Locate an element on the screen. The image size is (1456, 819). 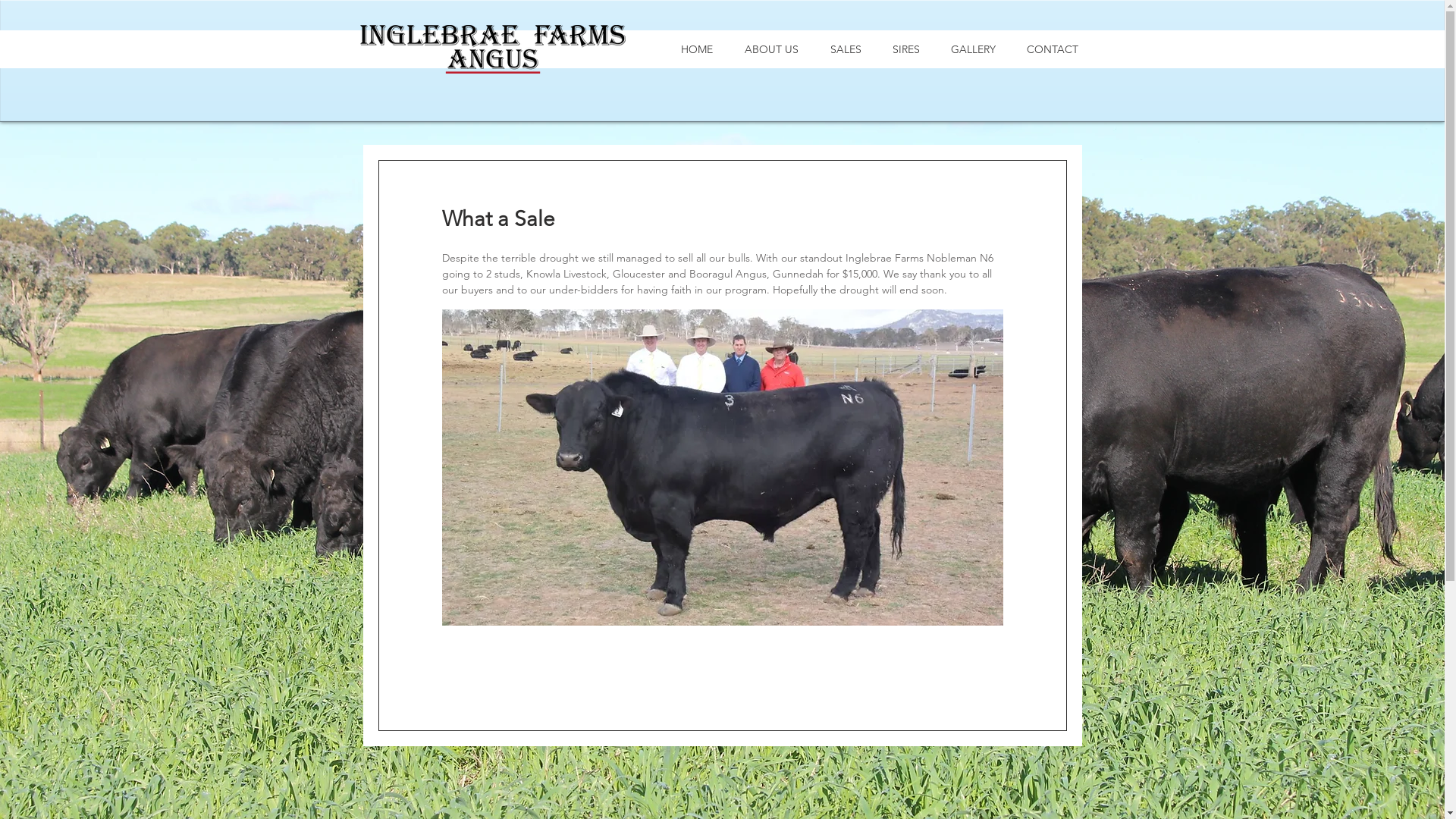
'ABOUT US' is located at coordinates (770, 49).